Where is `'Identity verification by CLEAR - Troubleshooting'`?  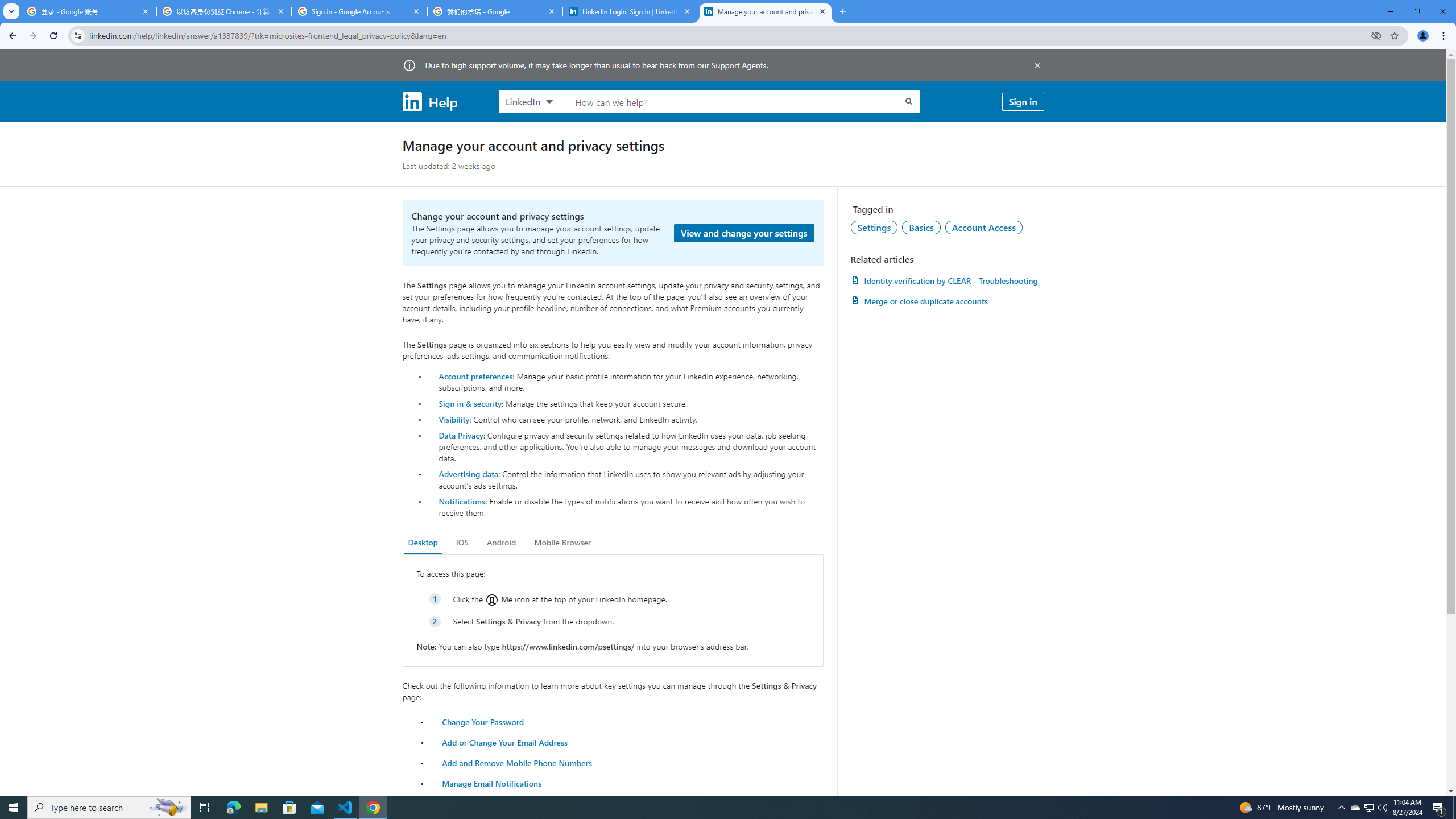
'Identity verification by CLEAR - Troubleshooting' is located at coordinates (946, 280).